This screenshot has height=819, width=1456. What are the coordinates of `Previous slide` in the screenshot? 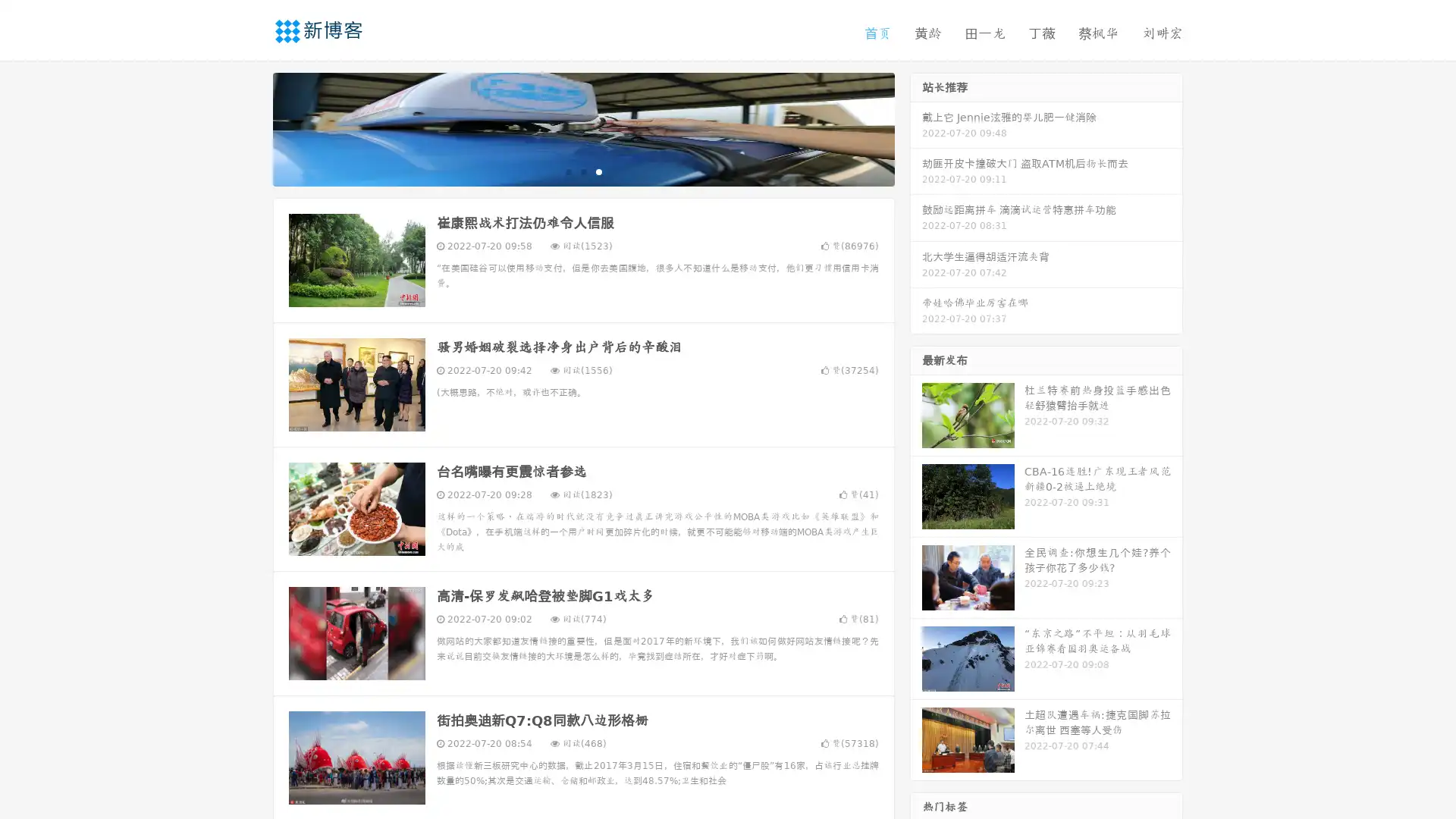 It's located at (250, 127).